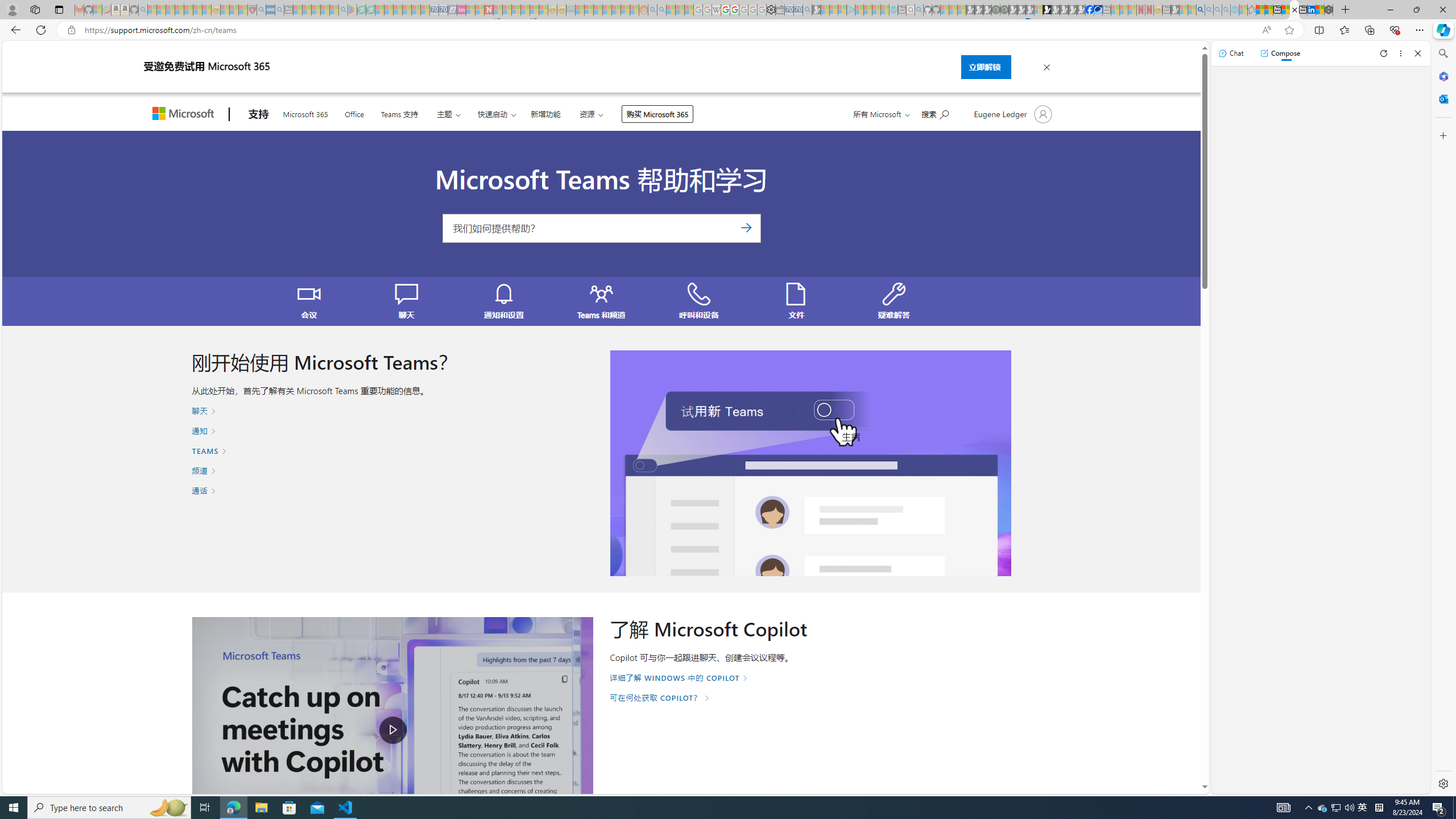 The height and width of the screenshot is (819, 1456). Describe the element at coordinates (354, 113) in the screenshot. I see `'Office'` at that location.